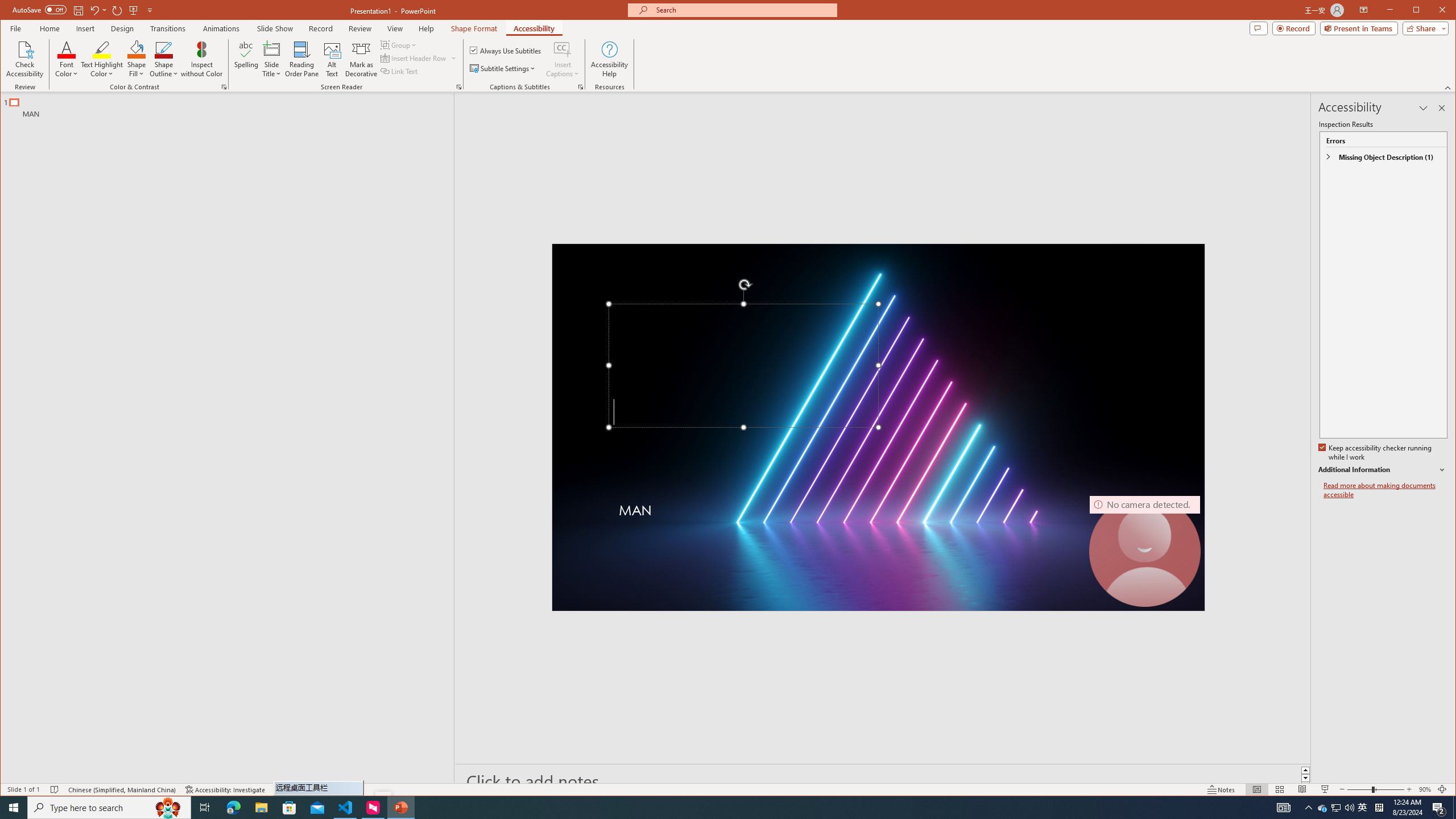 Image resolution: width=1456 pixels, height=819 pixels. Describe the element at coordinates (231, 105) in the screenshot. I see `'Outline'` at that location.